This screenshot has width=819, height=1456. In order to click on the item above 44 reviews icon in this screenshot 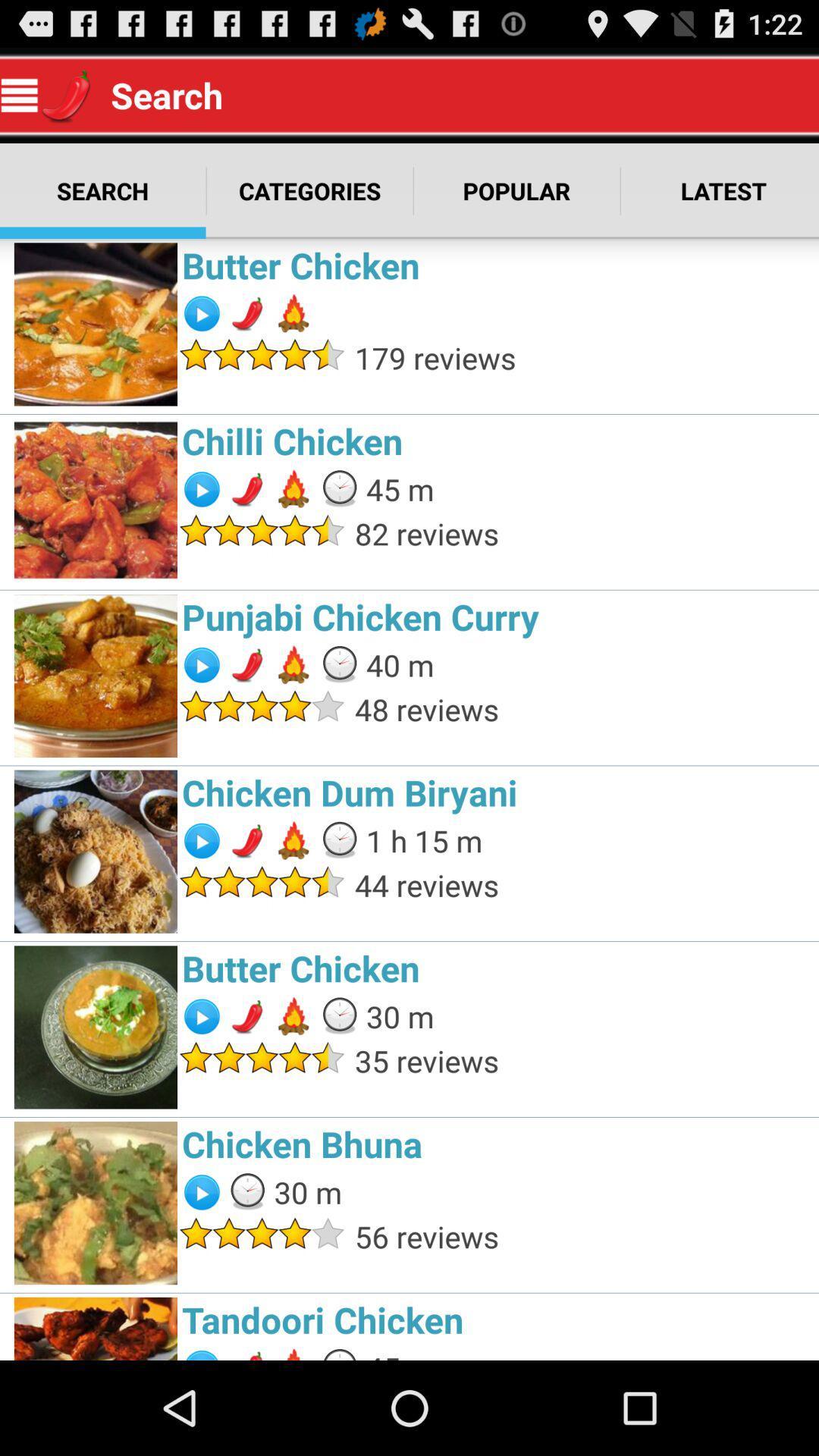, I will do `click(424, 839)`.